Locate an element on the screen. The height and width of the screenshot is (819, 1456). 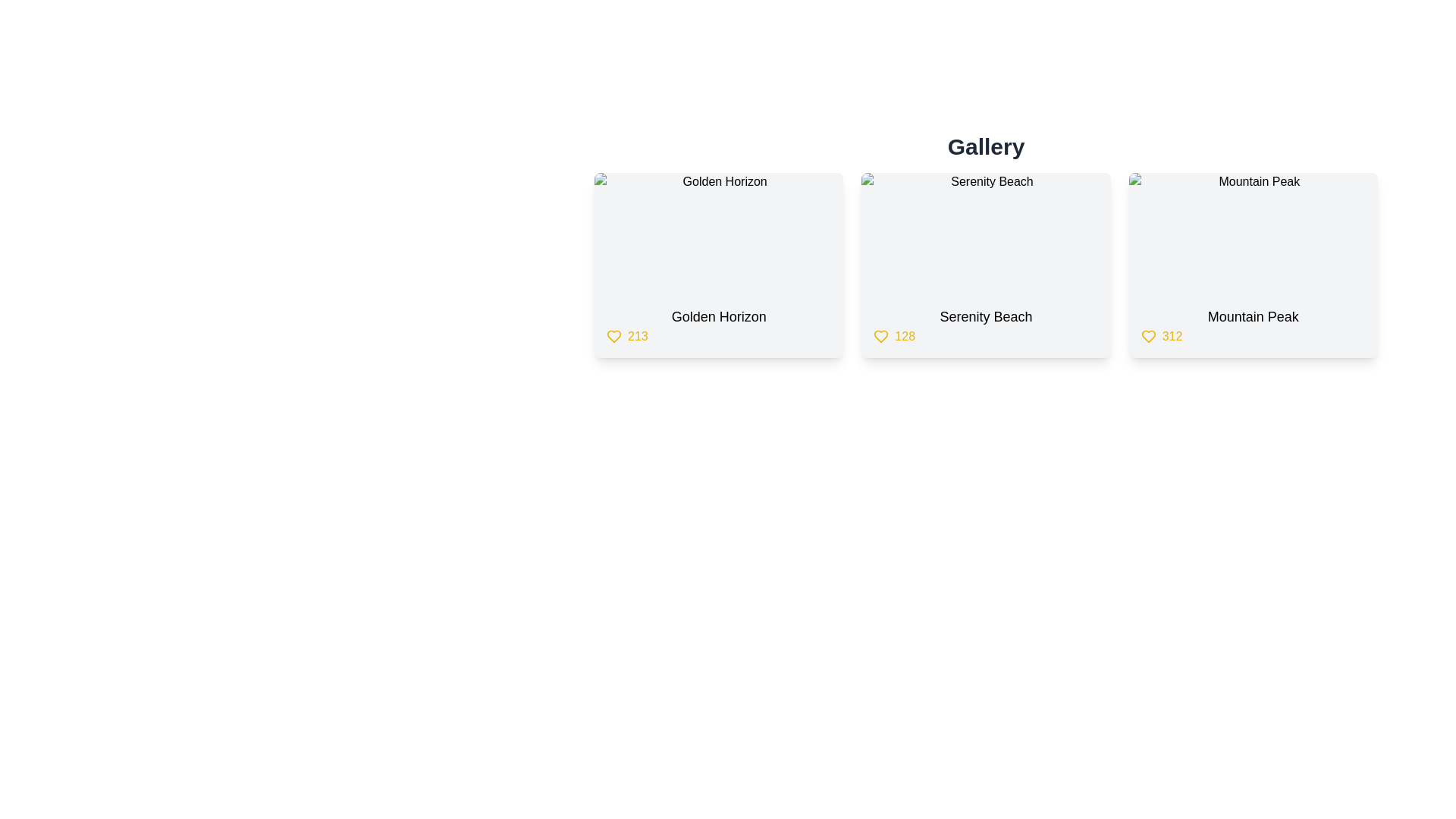
the text block displaying 'Mountain Peak312' with a heart icon, located in the third column of the 'Gallery' section is located at coordinates (1253, 325).